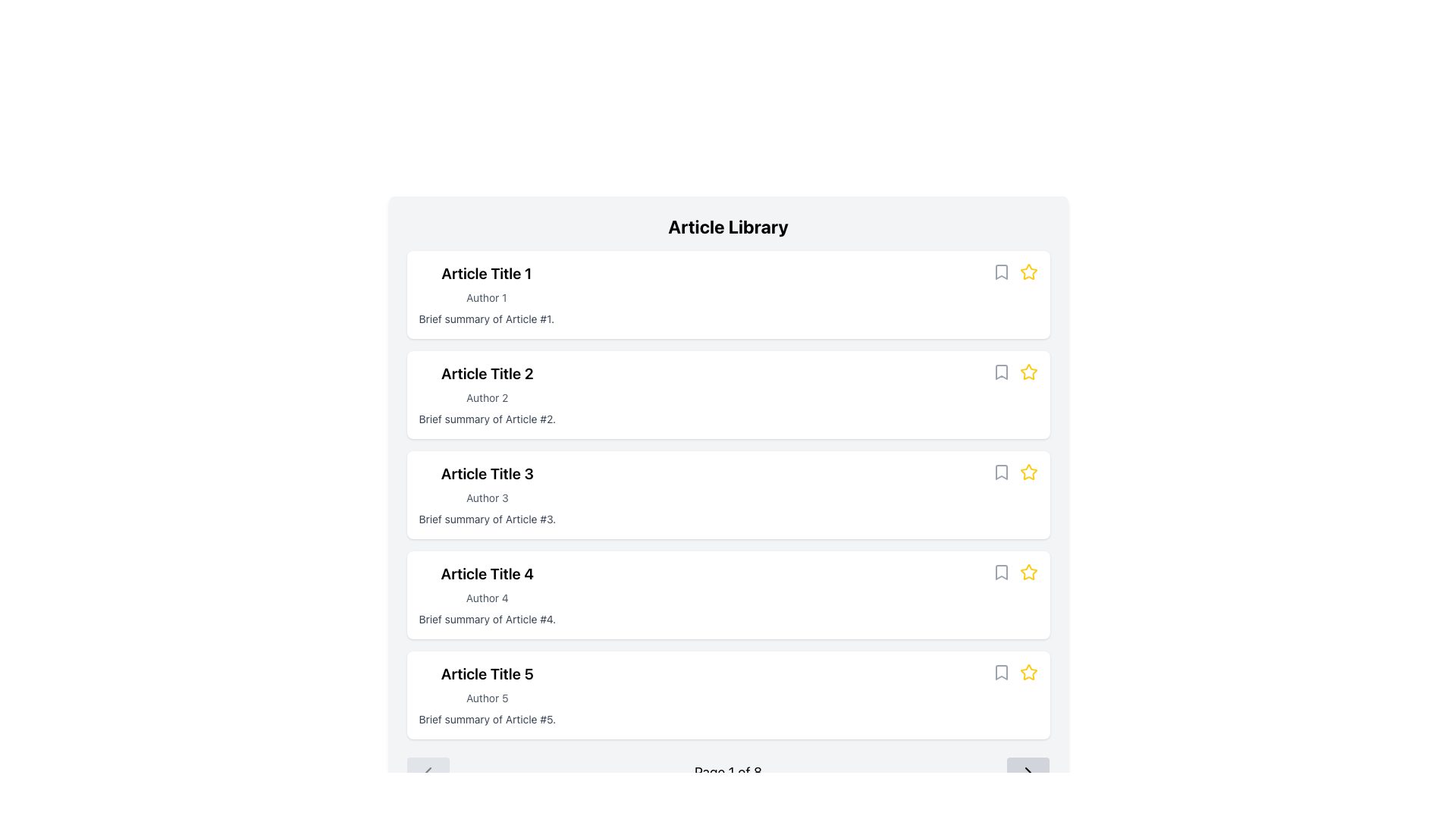 This screenshot has height=819, width=1456. What do you see at coordinates (1028, 372) in the screenshot?
I see `the yellow star icon located in the top-right corner of the card for 'Article Title 2'` at bounding box center [1028, 372].